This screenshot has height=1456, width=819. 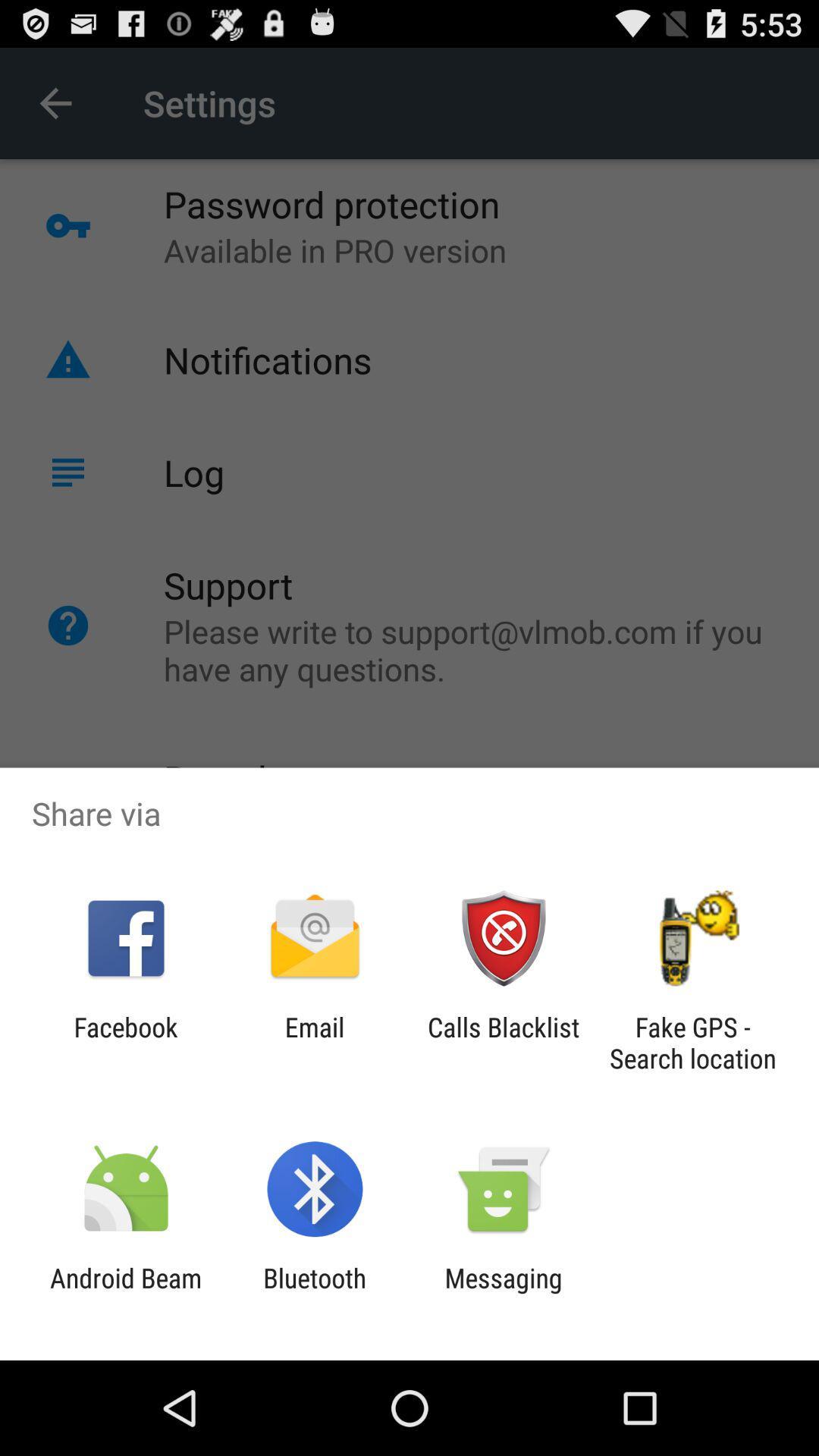 What do you see at coordinates (314, 1042) in the screenshot?
I see `the app next to facebook item` at bounding box center [314, 1042].